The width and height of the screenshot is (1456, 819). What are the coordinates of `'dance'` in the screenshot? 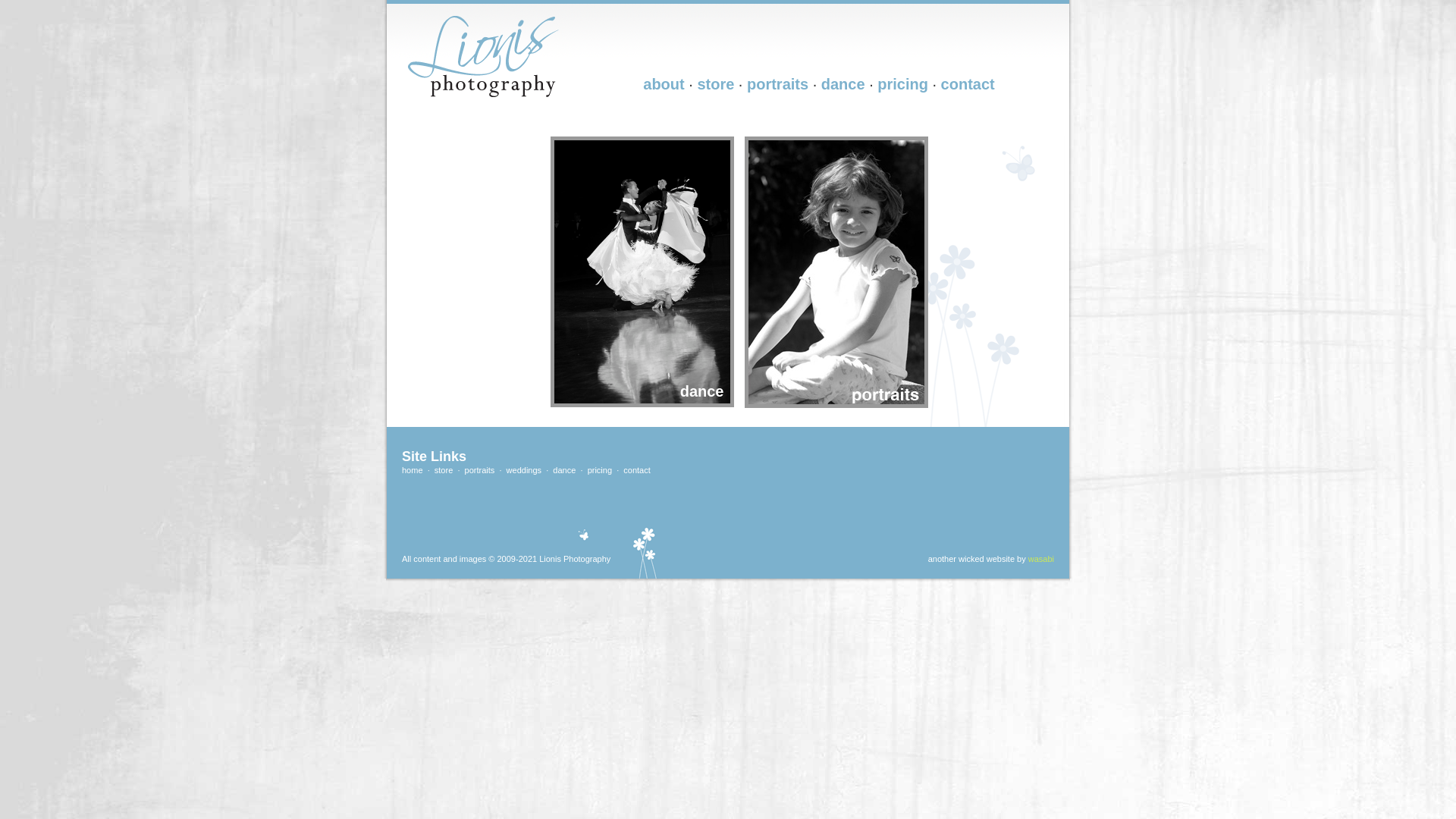 It's located at (821, 84).